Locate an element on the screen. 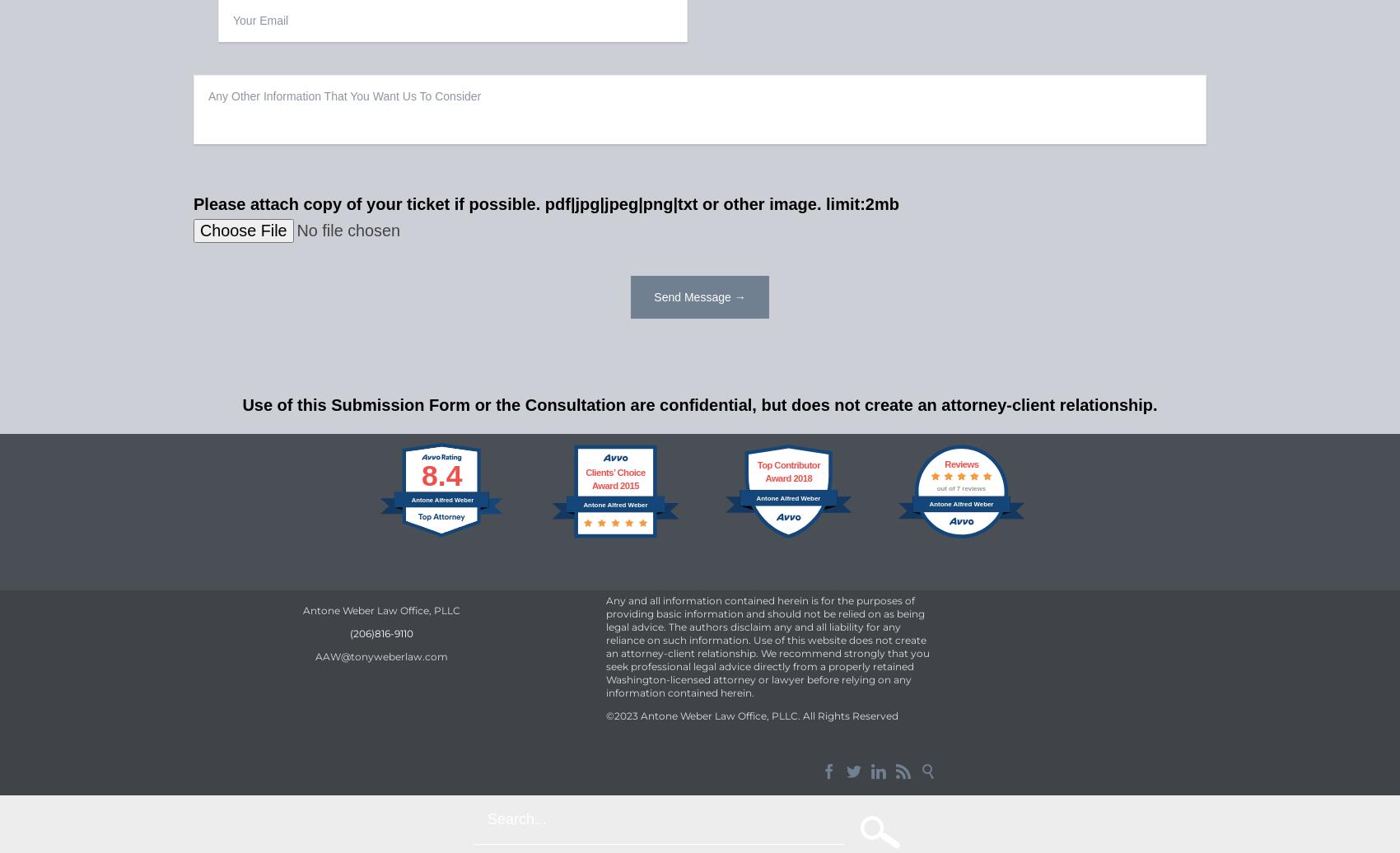 Image resolution: width=1400 pixels, height=853 pixels. 'Award 2015' is located at coordinates (614, 484).